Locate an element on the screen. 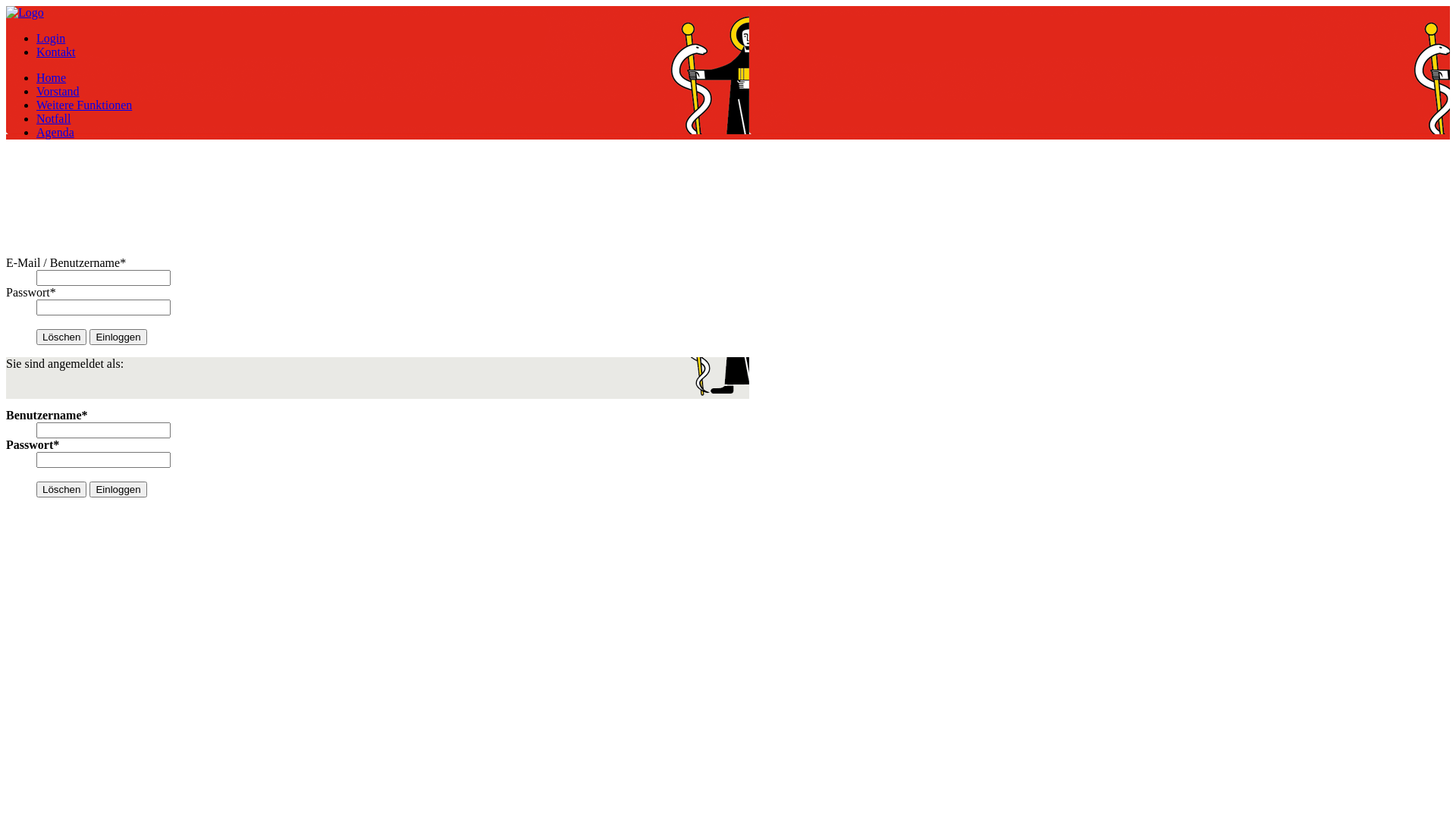  'Agenda' is located at coordinates (55, 131).